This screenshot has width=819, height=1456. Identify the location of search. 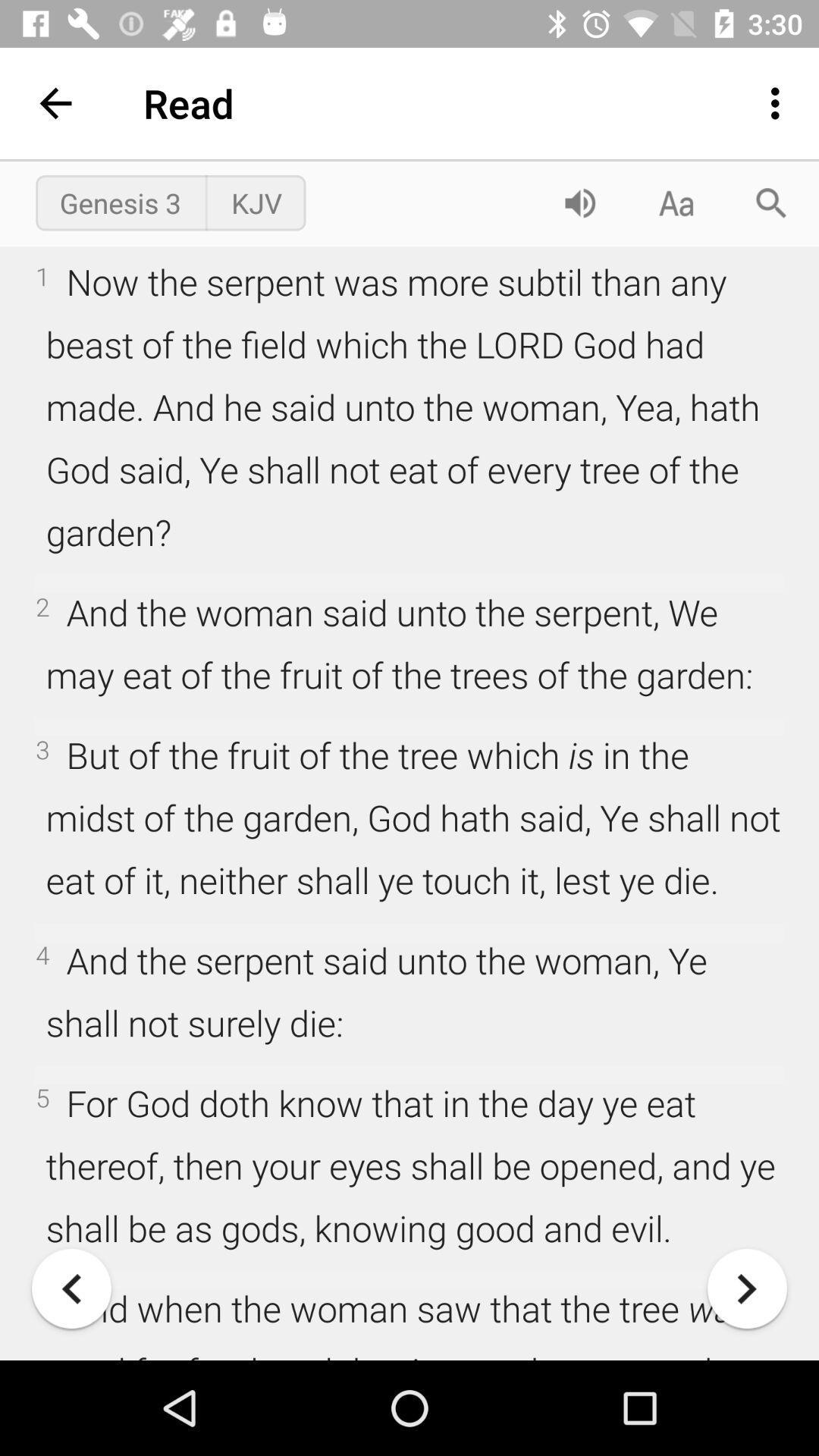
(771, 202).